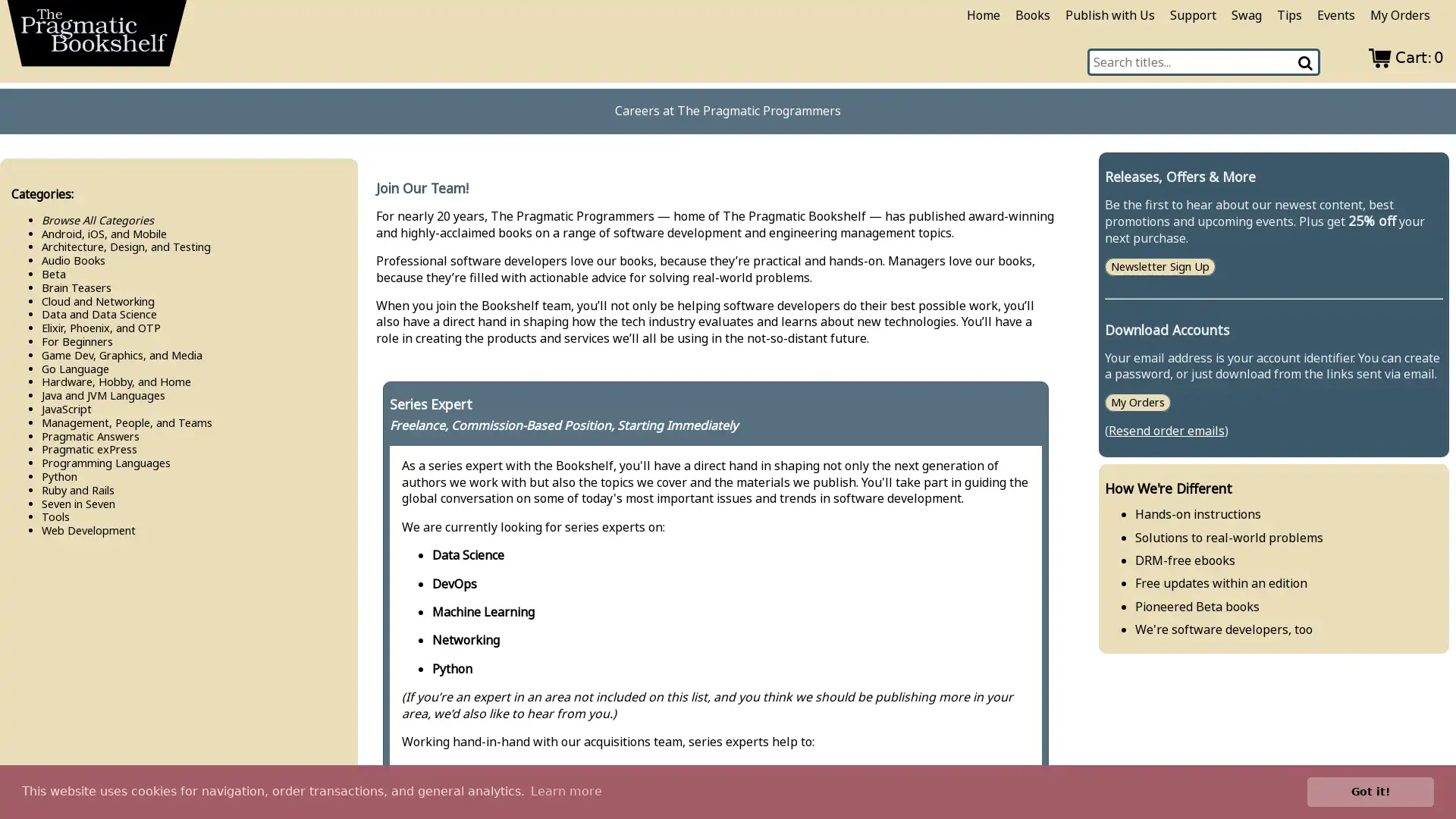 This screenshot has height=819, width=1456. I want to click on learn more about cookies, so click(565, 791).